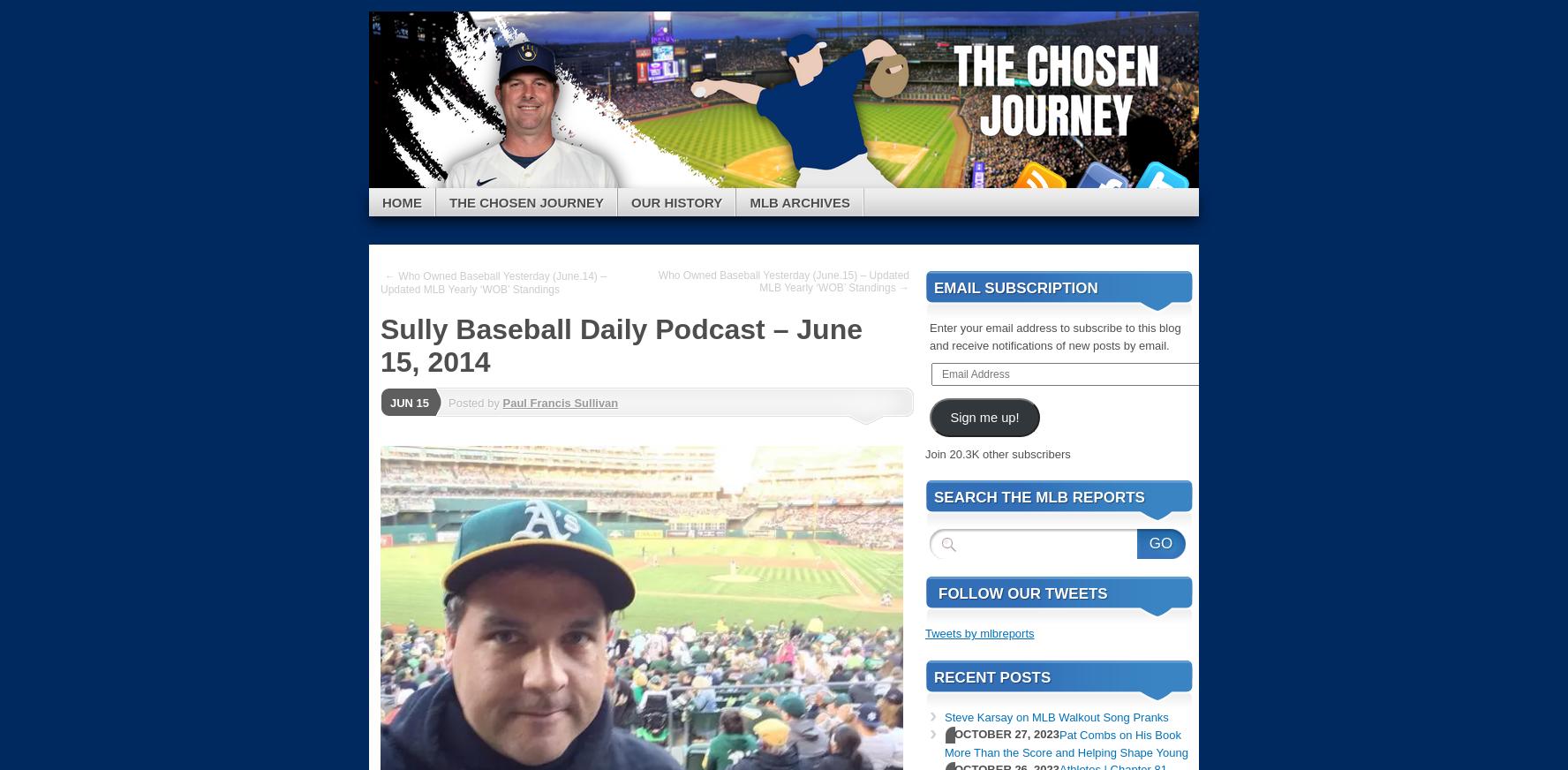 The height and width of the screenshot is (770, 1568). Describe the element at coordinates (381, 282) in the screenshot. I see `'← Who Owned Baseball Yesterday (June.14) – Updated MLB Yearly ‘WOB’ Standings'` at that location.